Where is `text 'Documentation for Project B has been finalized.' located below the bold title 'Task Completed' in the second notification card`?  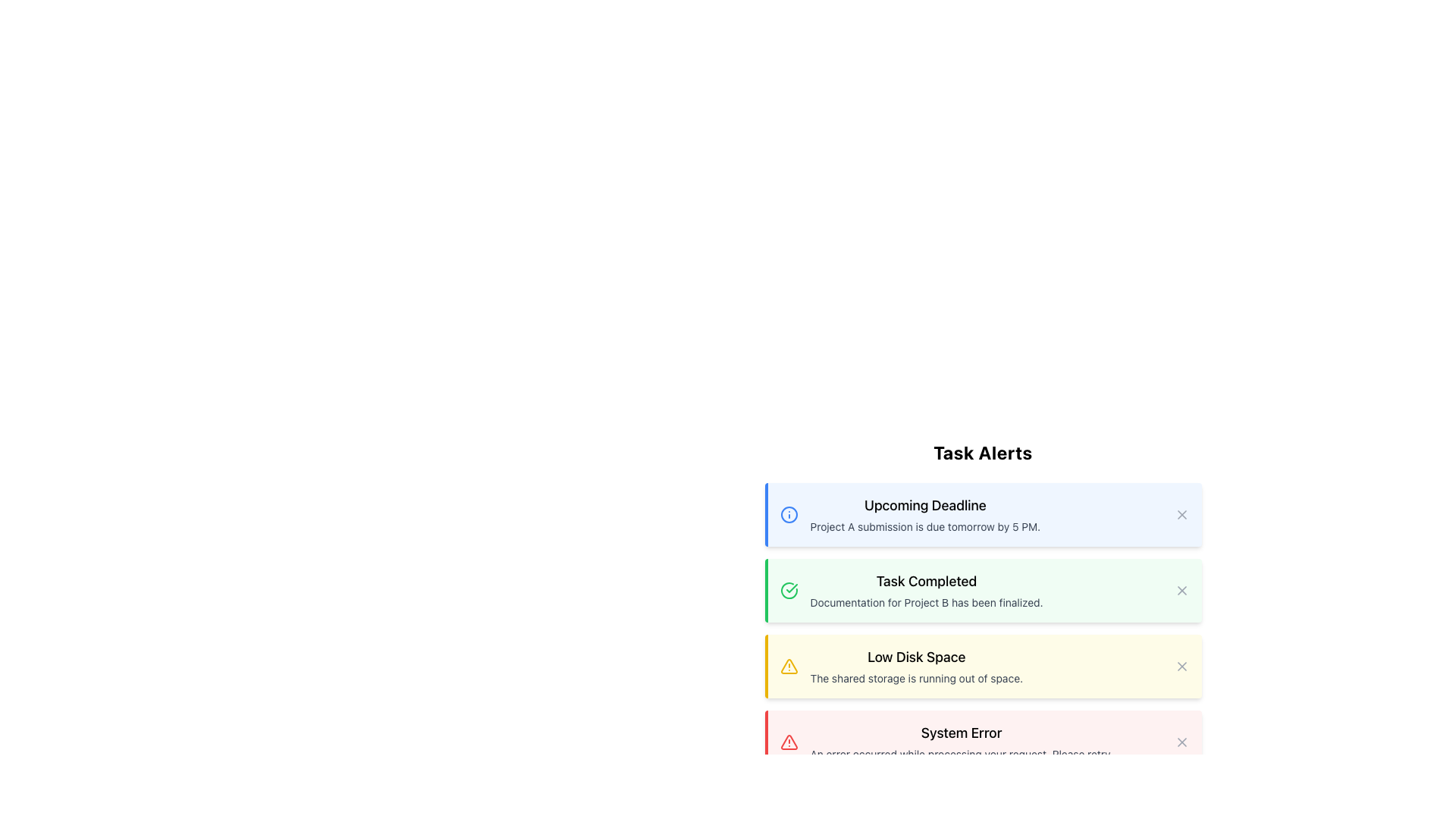 text 'Documentation for Project B has been finalized.' located below the bold title 'Task Completed' in the second notification card is located at coordinates (926, 601).